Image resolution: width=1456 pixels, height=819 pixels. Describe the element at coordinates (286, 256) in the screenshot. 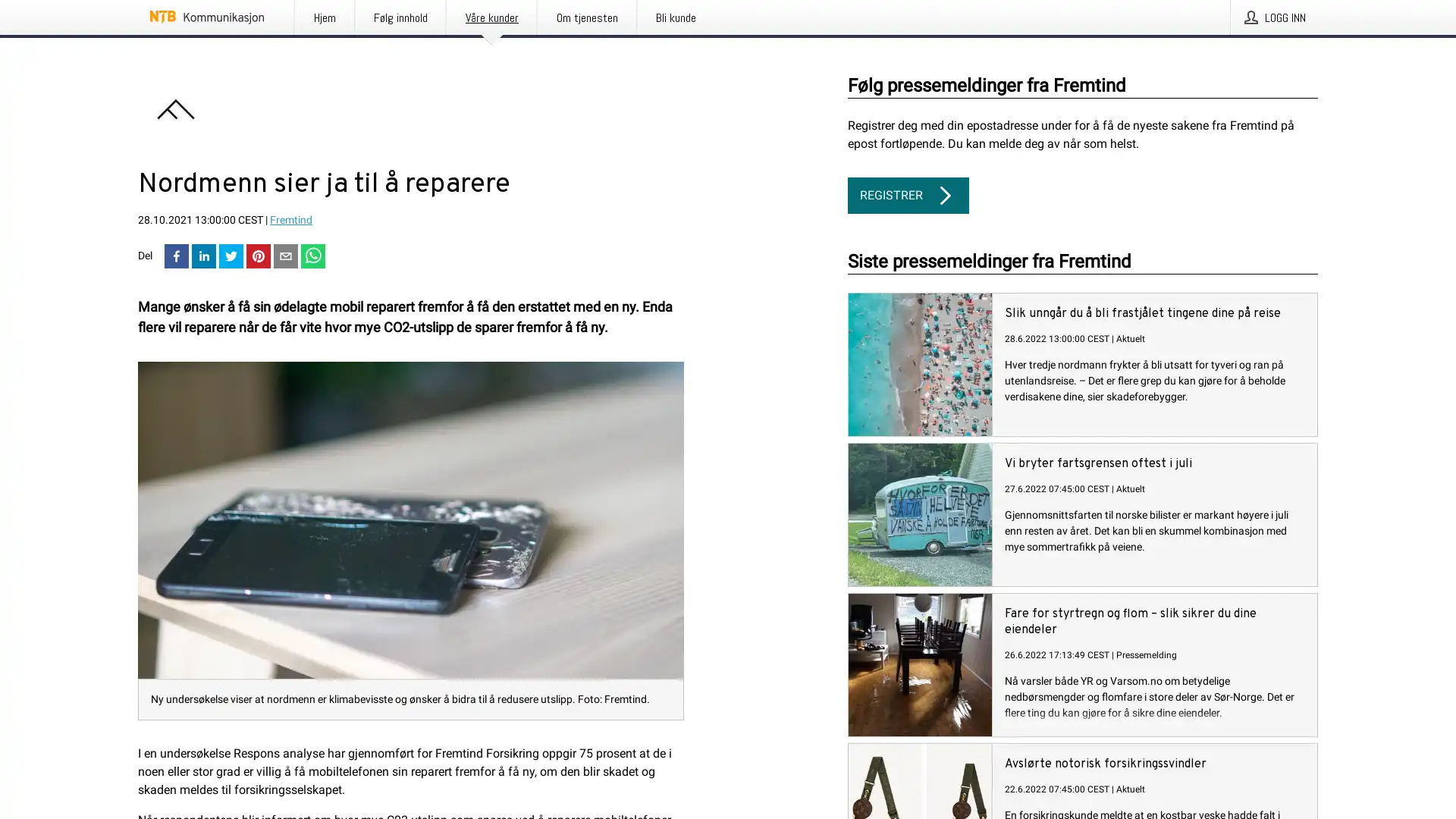

I see `email` at that location.